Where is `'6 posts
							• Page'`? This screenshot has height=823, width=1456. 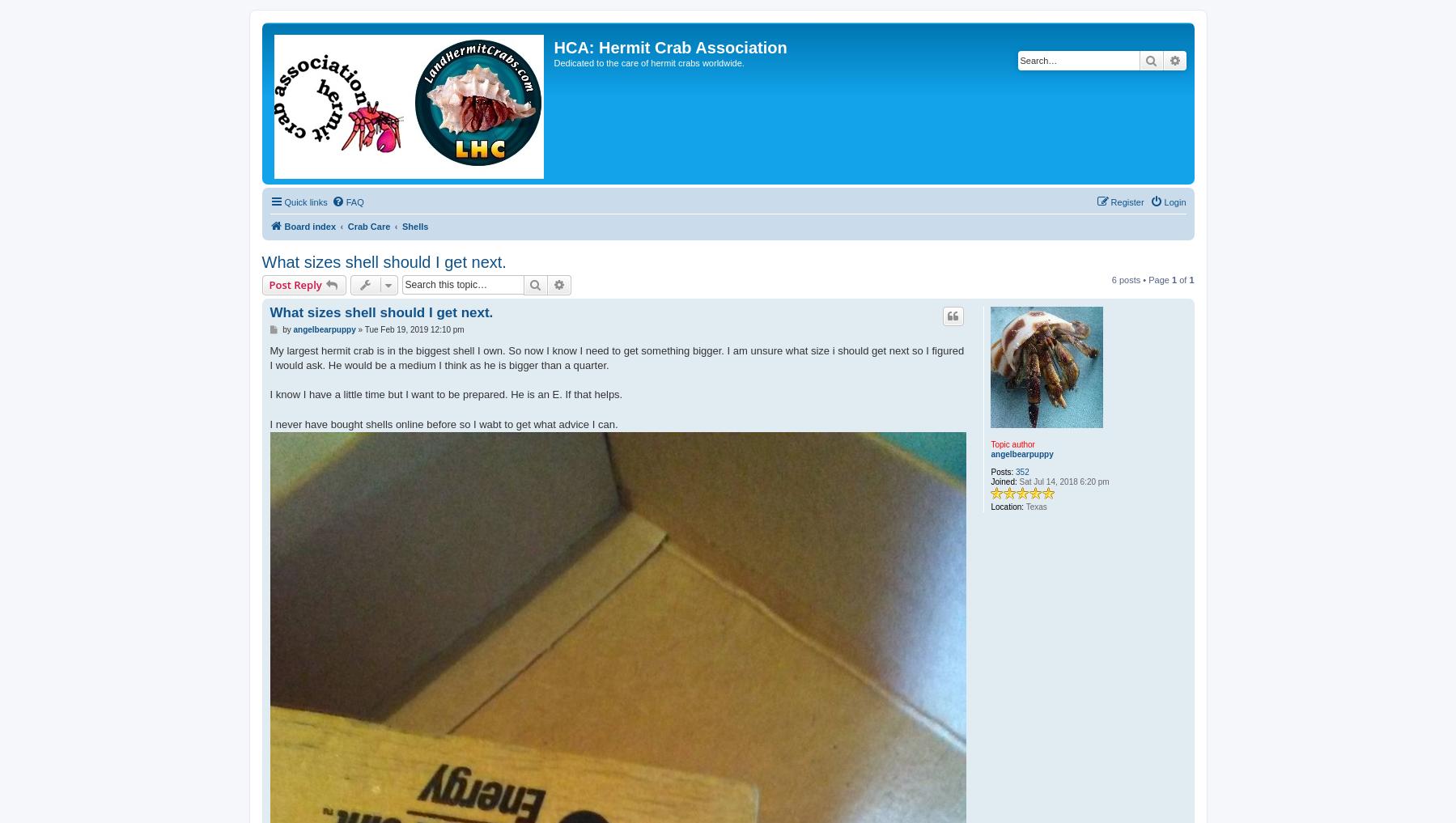 '6 posts
							• Page' is located at coordinates (1140, 278).